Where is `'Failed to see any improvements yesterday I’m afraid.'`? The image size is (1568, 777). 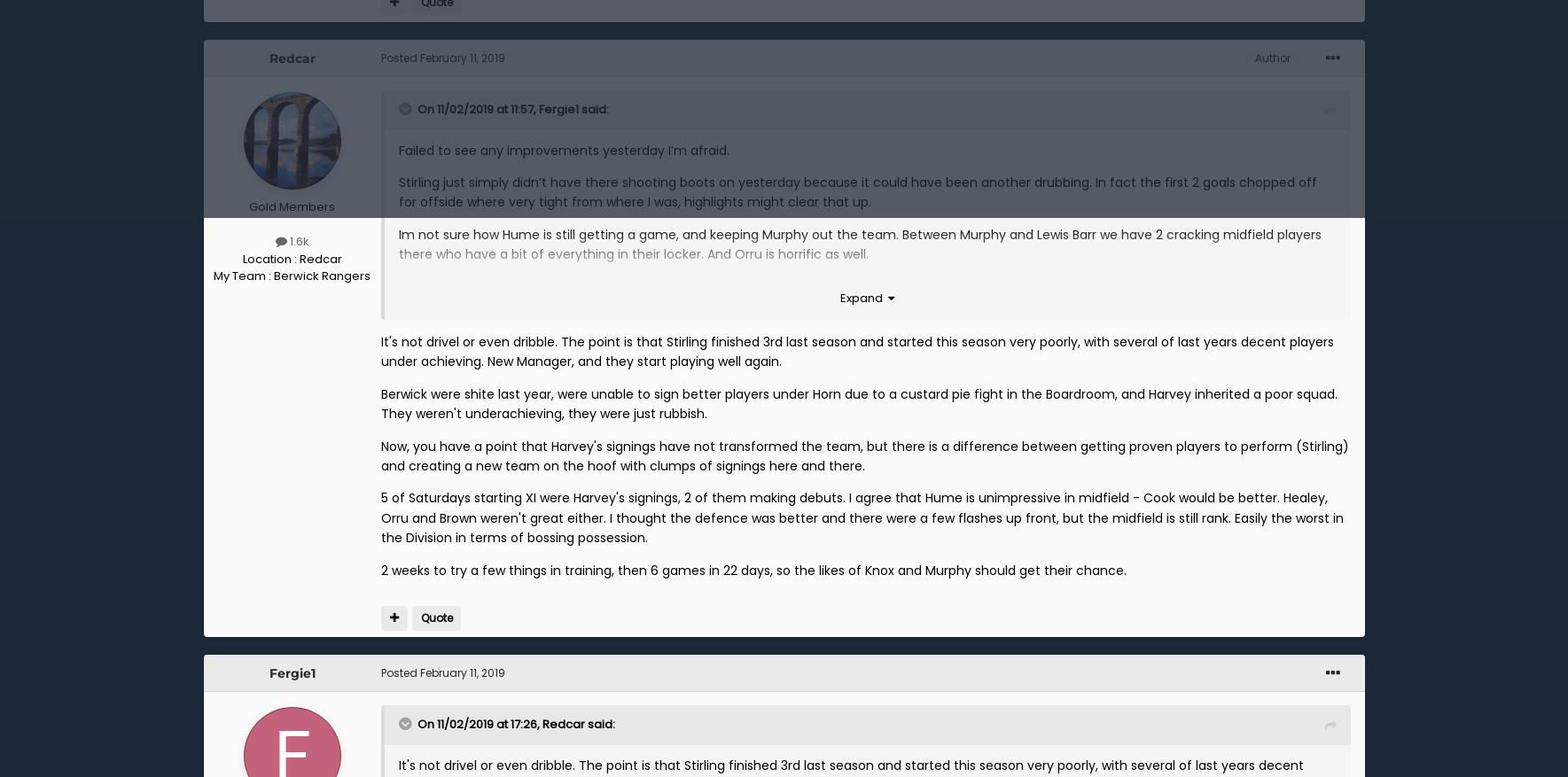 'Failed to see any improvements yesterday I’m afraid.' is located at coordinates (565, 149).